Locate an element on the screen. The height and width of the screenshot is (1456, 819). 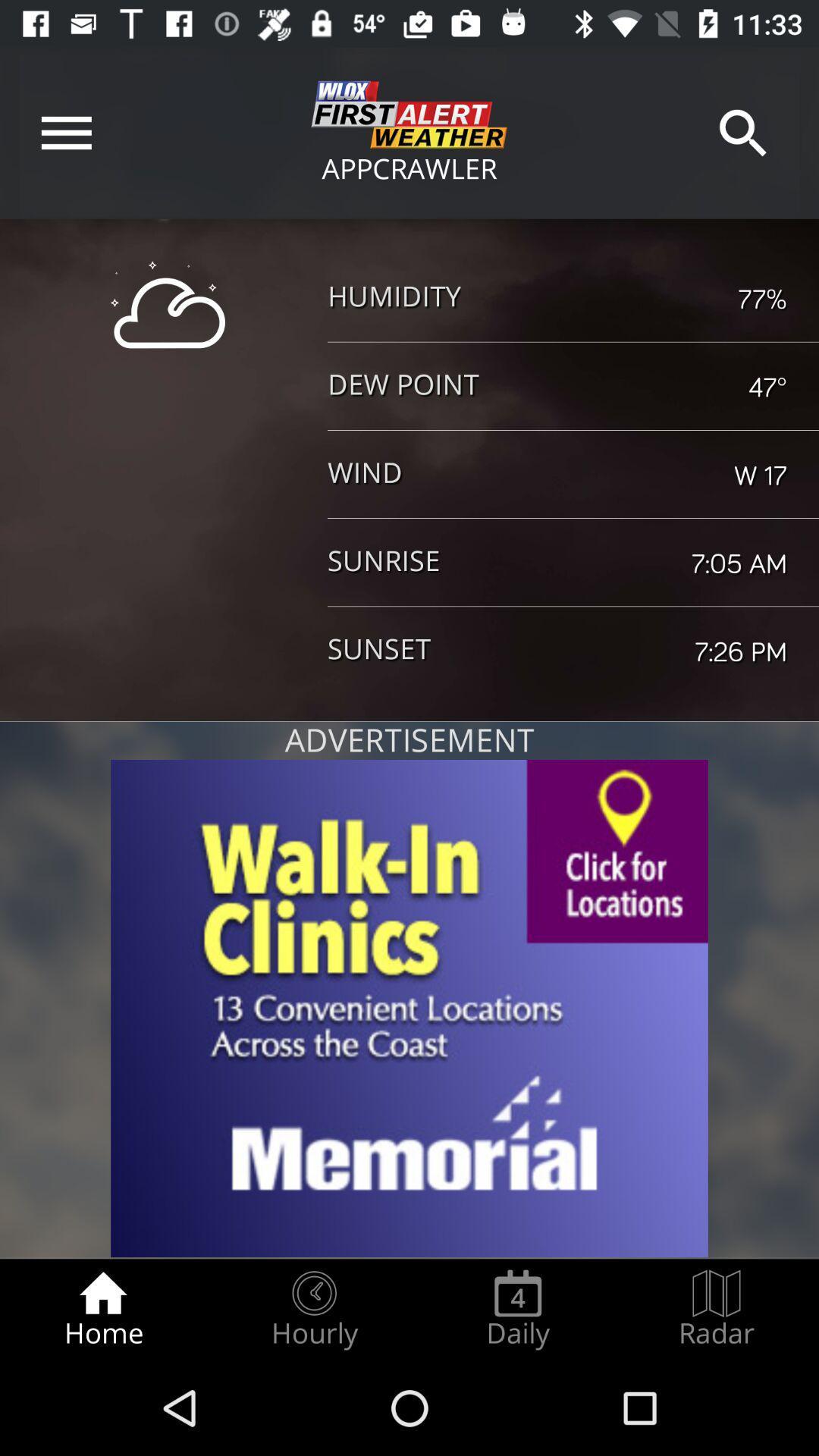
home at the bottom left corner is located at coordinates (102, 1309).